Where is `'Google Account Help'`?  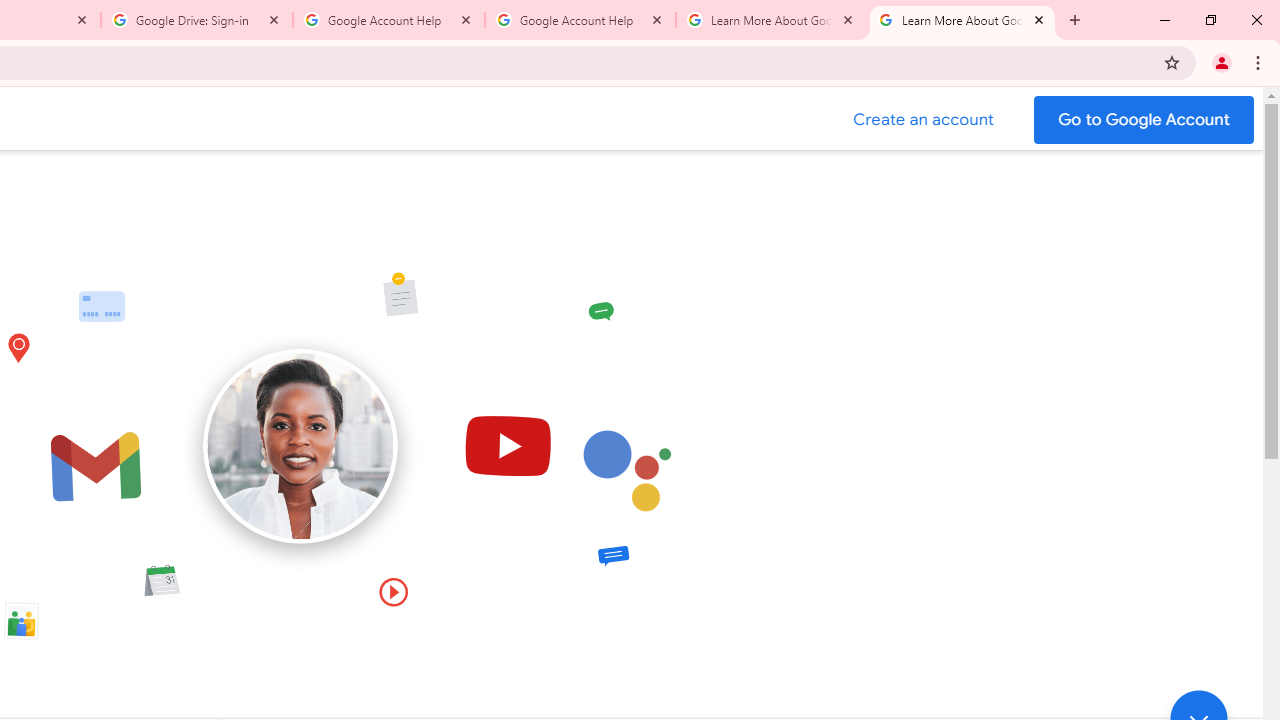 'Google Account Help' is located at coordinates (389, 20).